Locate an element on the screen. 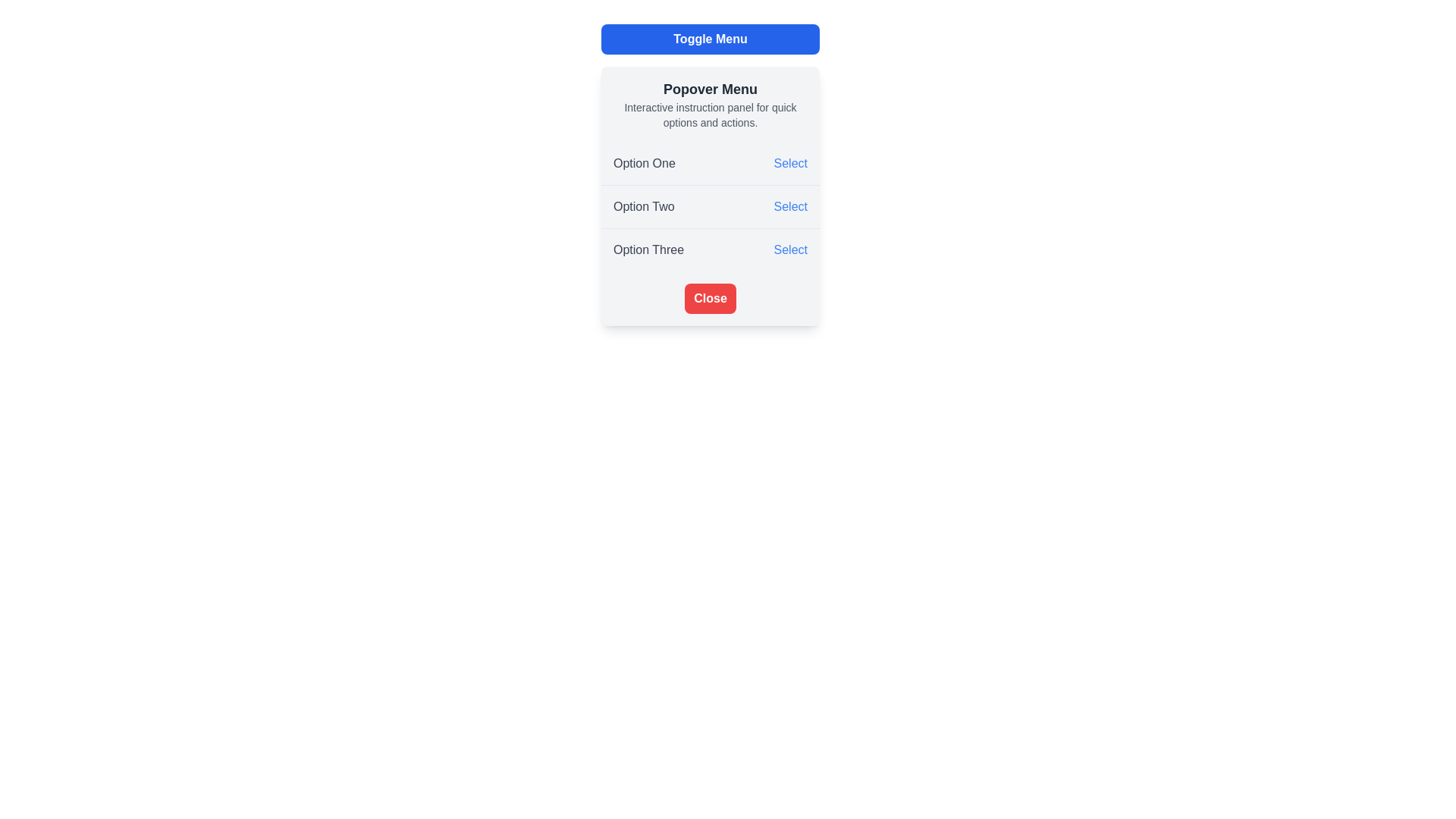  the Informational text block which serves as a header and description for the options in the popover, located centrally at the top below the 'Toggle Menu' button is located at coordinates (709, 104).